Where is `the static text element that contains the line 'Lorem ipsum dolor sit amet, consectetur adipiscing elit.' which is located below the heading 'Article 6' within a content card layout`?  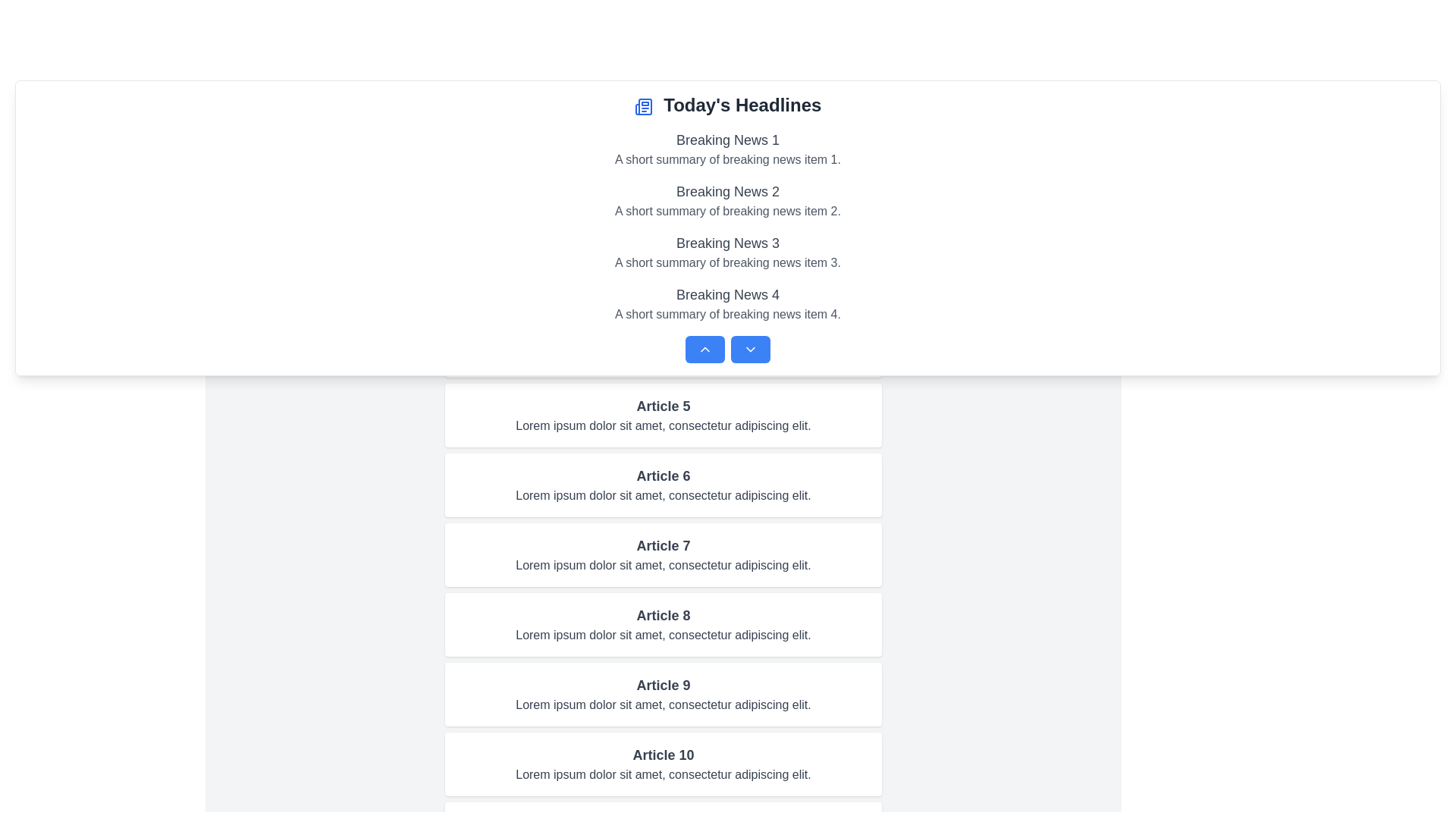
the static text element that contains the line 'Lorem ipsum dolor sit amet, consectetur adipiscing elit.' which is located below the heading 'Article 6' within a content card layout is located at coordinates (663, 496).